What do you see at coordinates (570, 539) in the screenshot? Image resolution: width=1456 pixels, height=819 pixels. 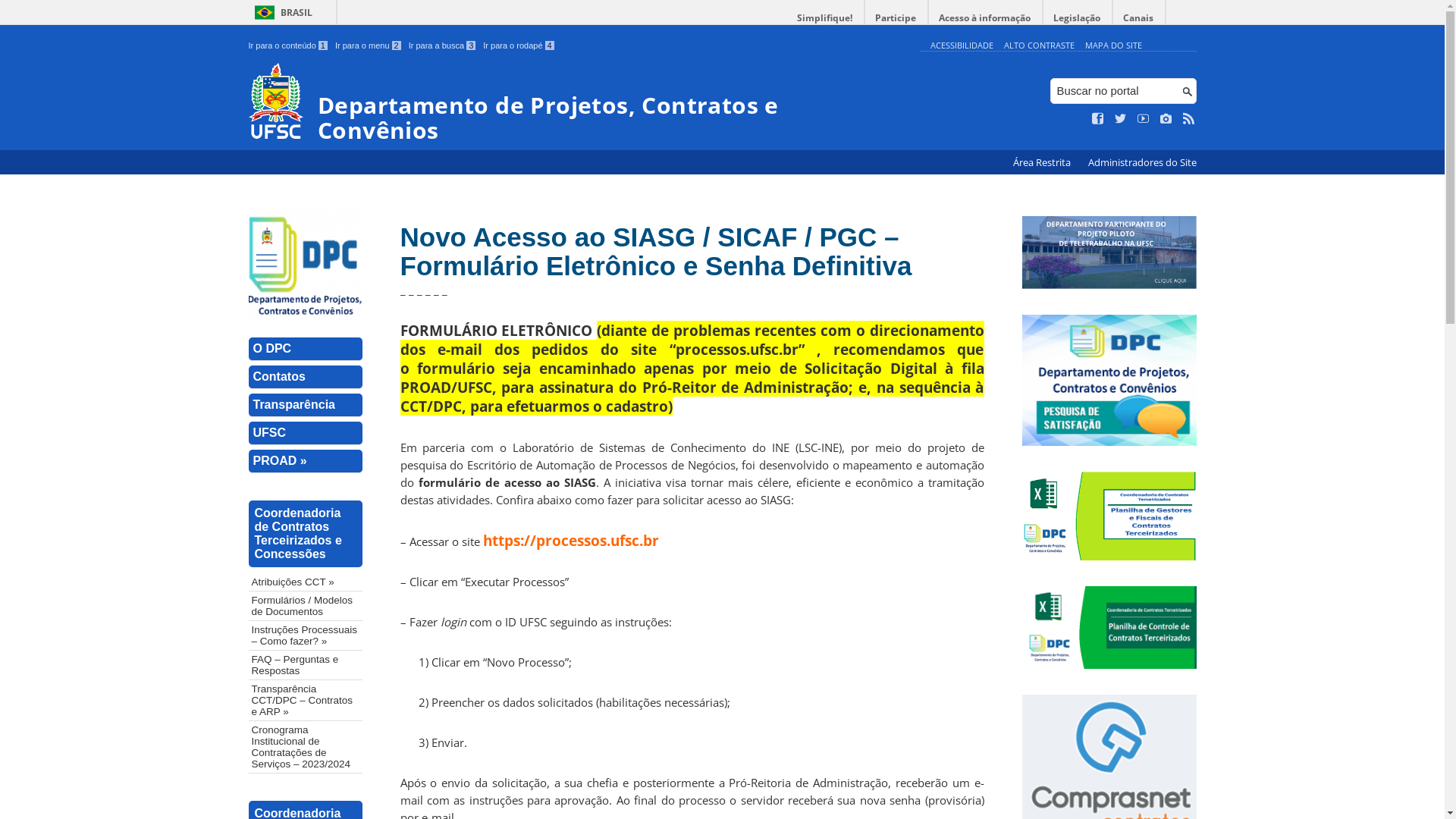 I see `'https://processos.ufsc.br'` at bounding box center [570, 539].